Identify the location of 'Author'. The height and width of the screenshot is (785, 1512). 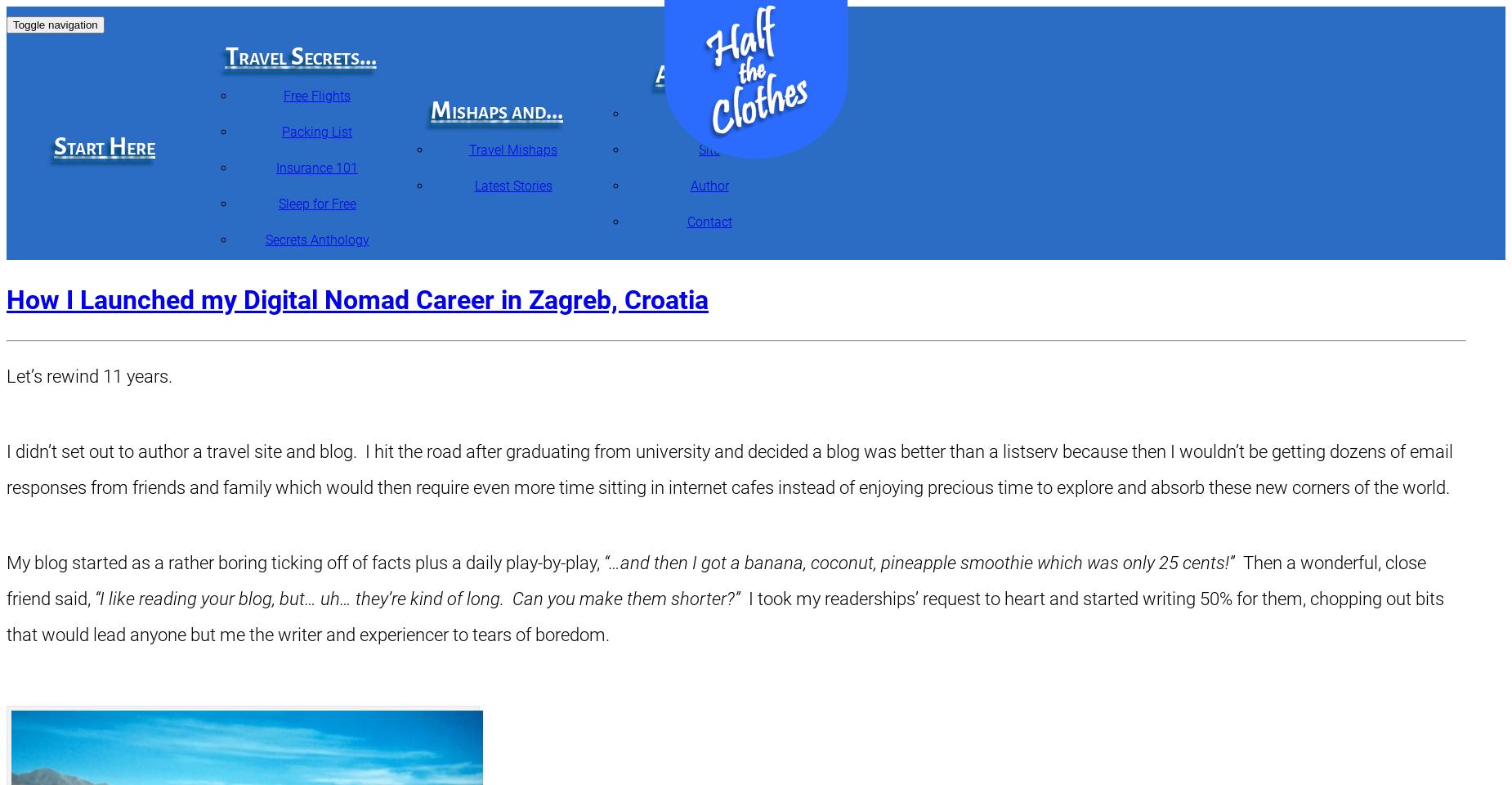
(709, 186).